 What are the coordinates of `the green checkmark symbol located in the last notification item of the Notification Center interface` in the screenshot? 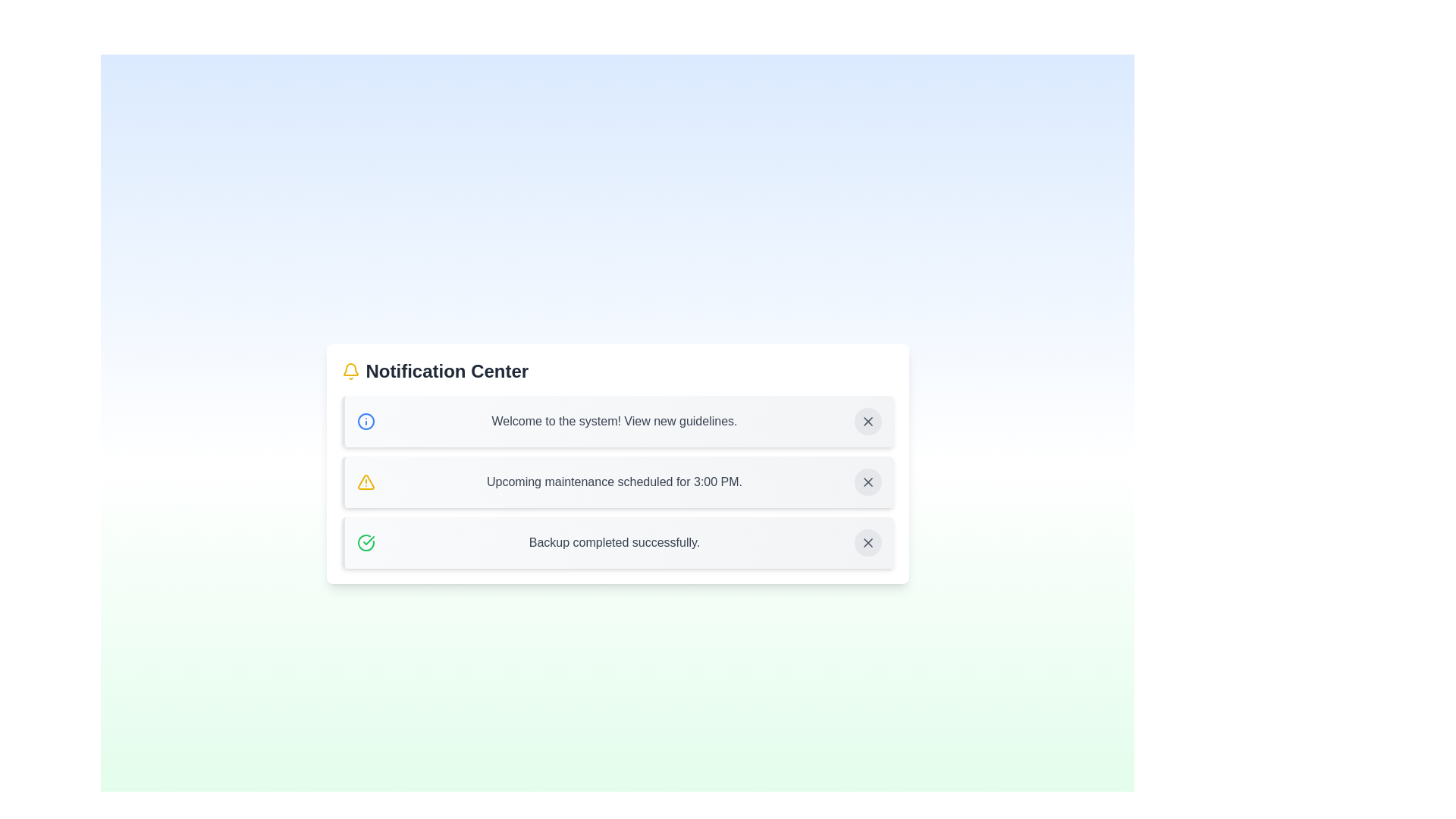 It's located at (368, 540).